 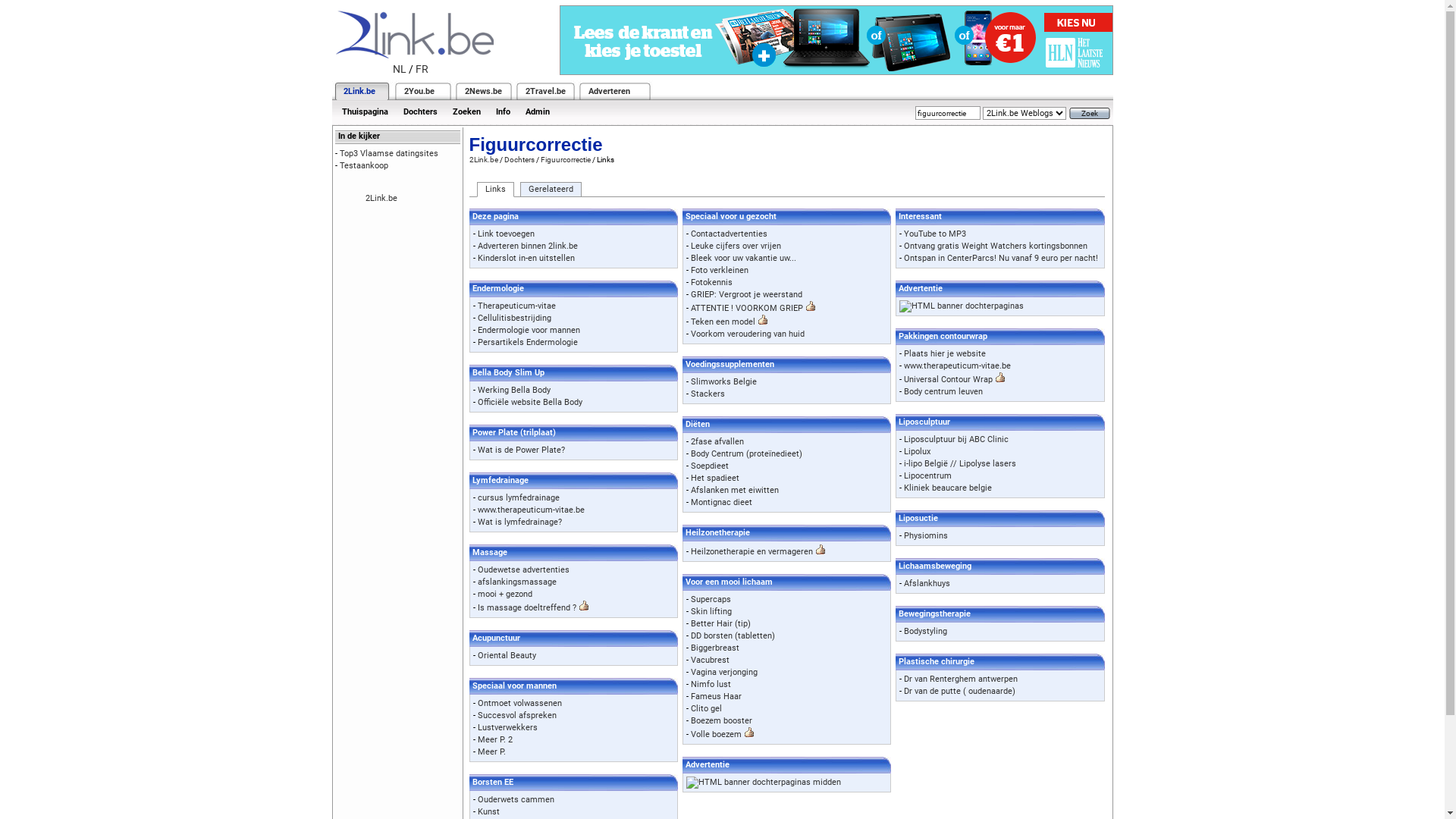 What do you see at coordinates (1088, 112) in the screenshot?
I see `'Zoek'` at bounding box center [1088, 112].